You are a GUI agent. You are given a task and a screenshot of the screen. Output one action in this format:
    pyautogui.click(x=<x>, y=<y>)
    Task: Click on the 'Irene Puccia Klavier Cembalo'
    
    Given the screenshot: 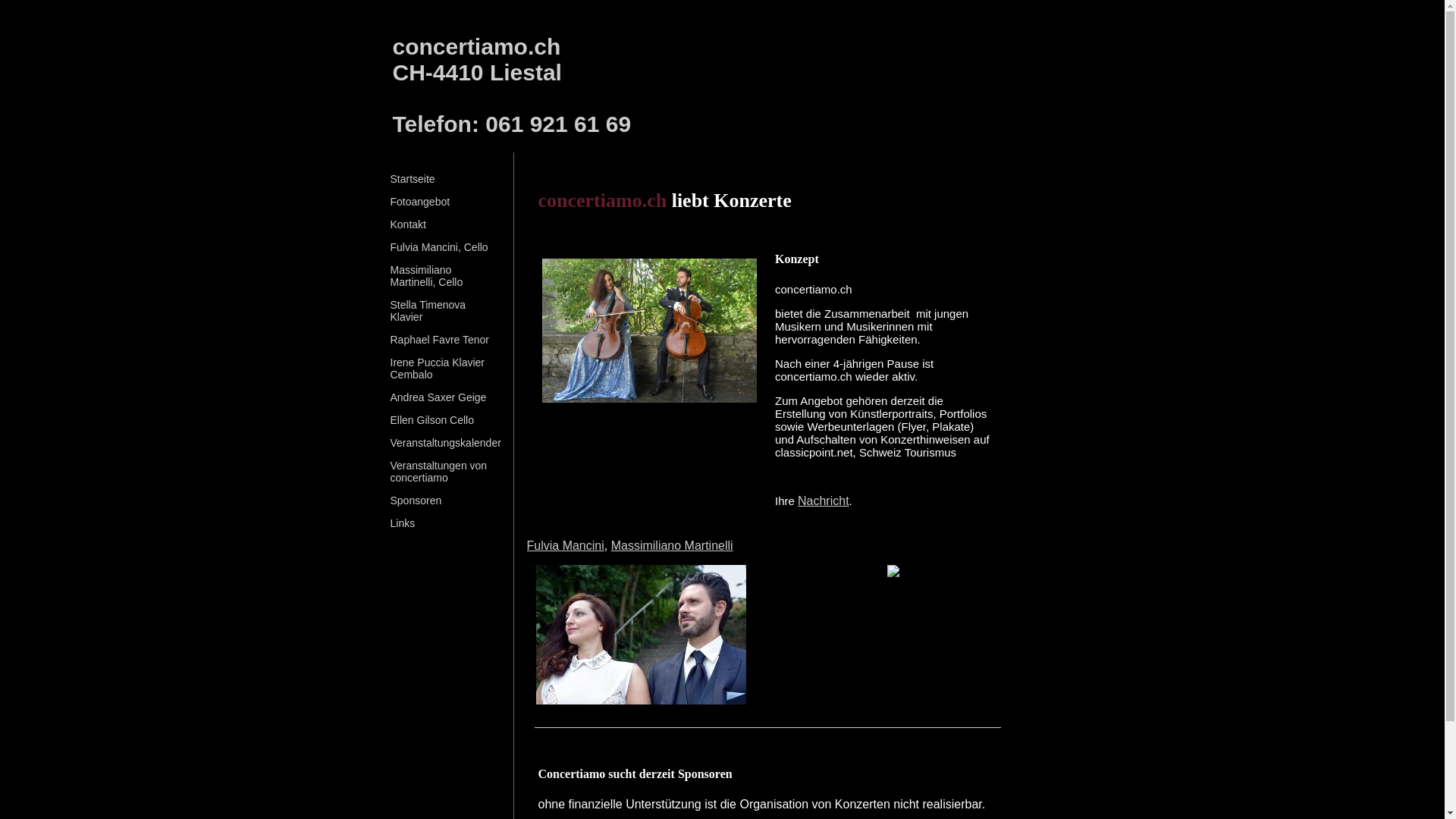 What is the action you would take?
    pyautogui.click(x=436, y=374)
    